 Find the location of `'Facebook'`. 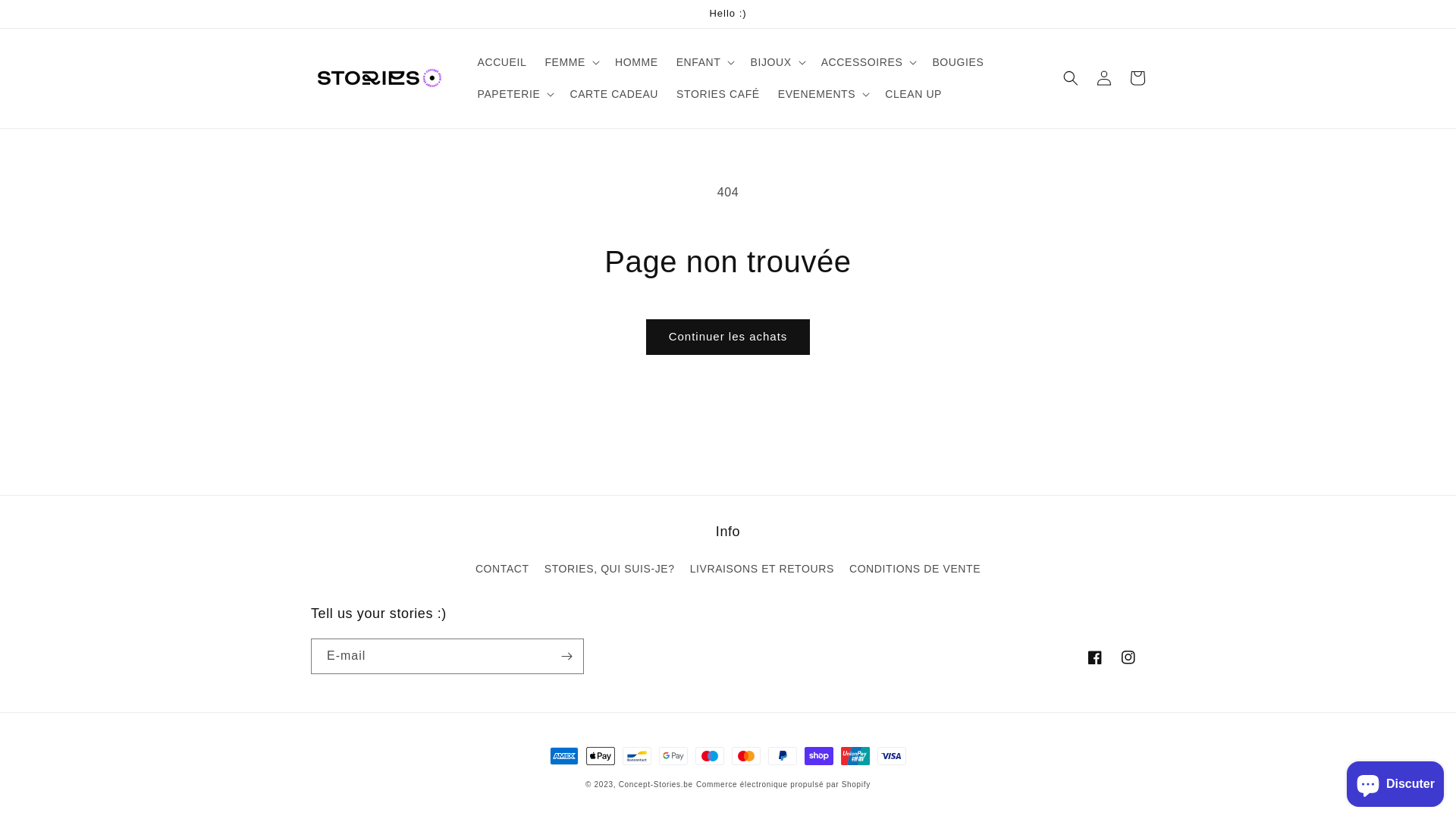

'Facebook' is located at coordinates (1095, 657).